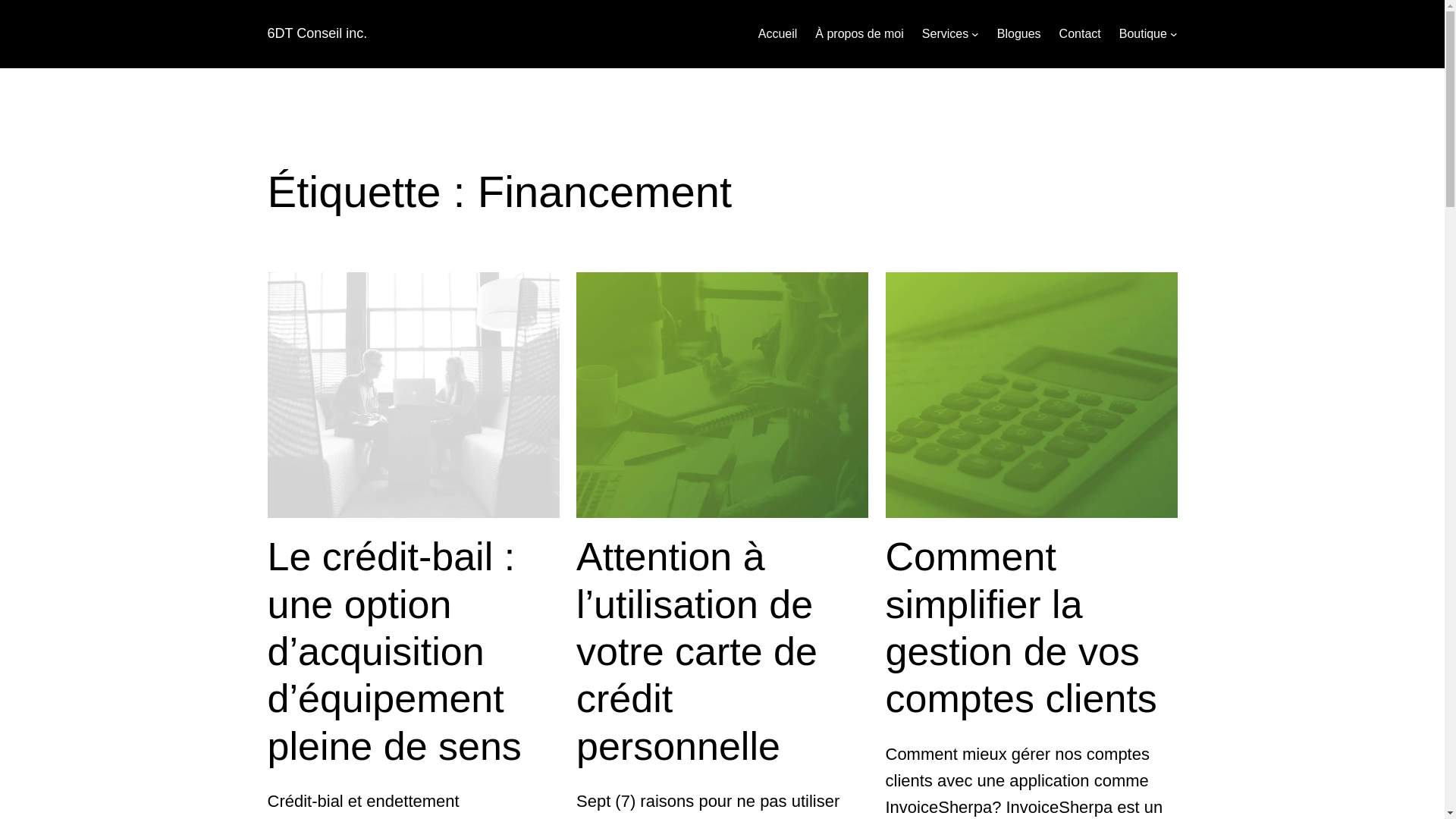  Describe the element at coordinates (921, 34) in the screenshot. I see `'Services'` at that location.